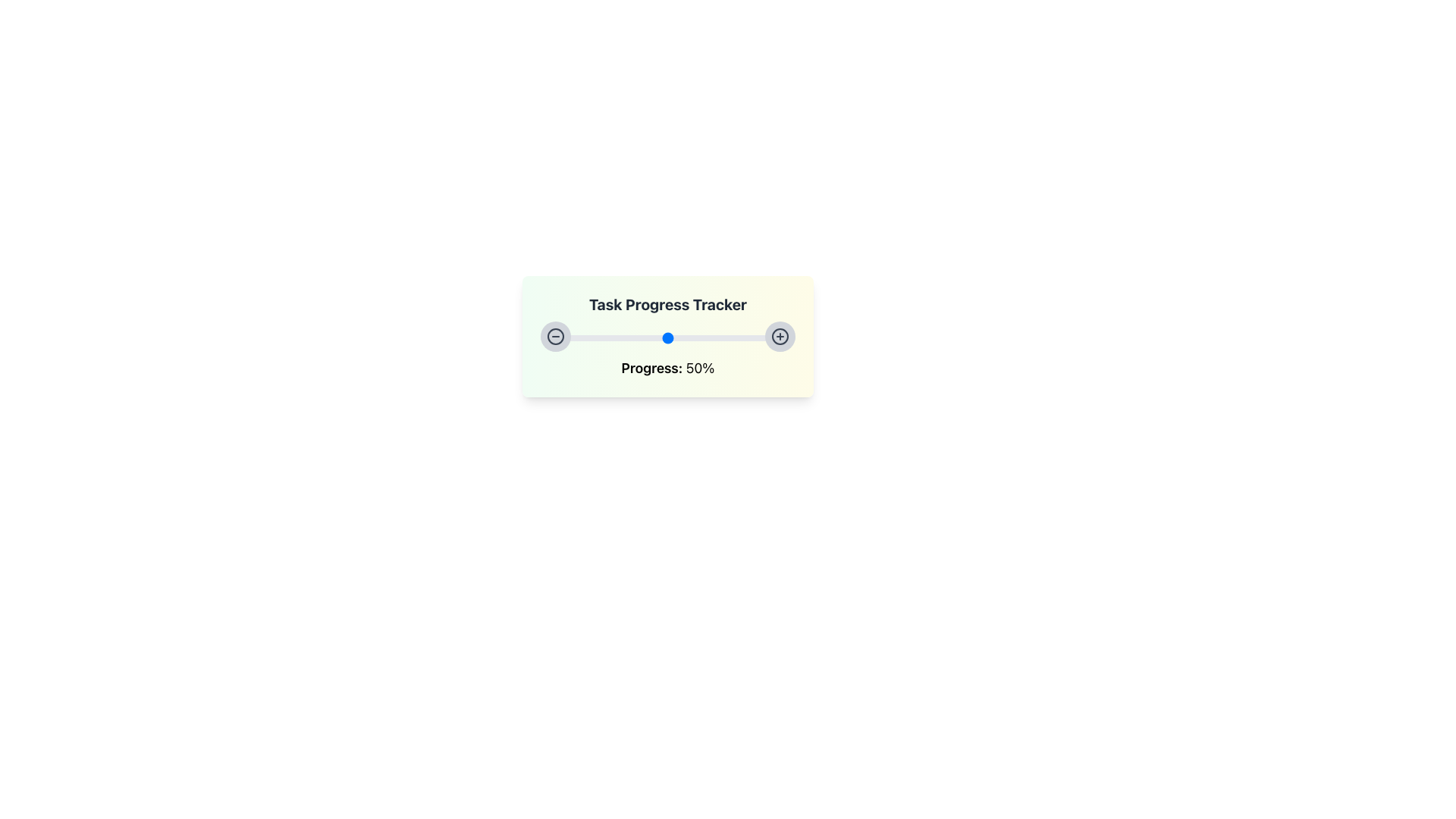  Describe the element at coordinates (711, 337) in the screenshot. I see `the slider` at that location.